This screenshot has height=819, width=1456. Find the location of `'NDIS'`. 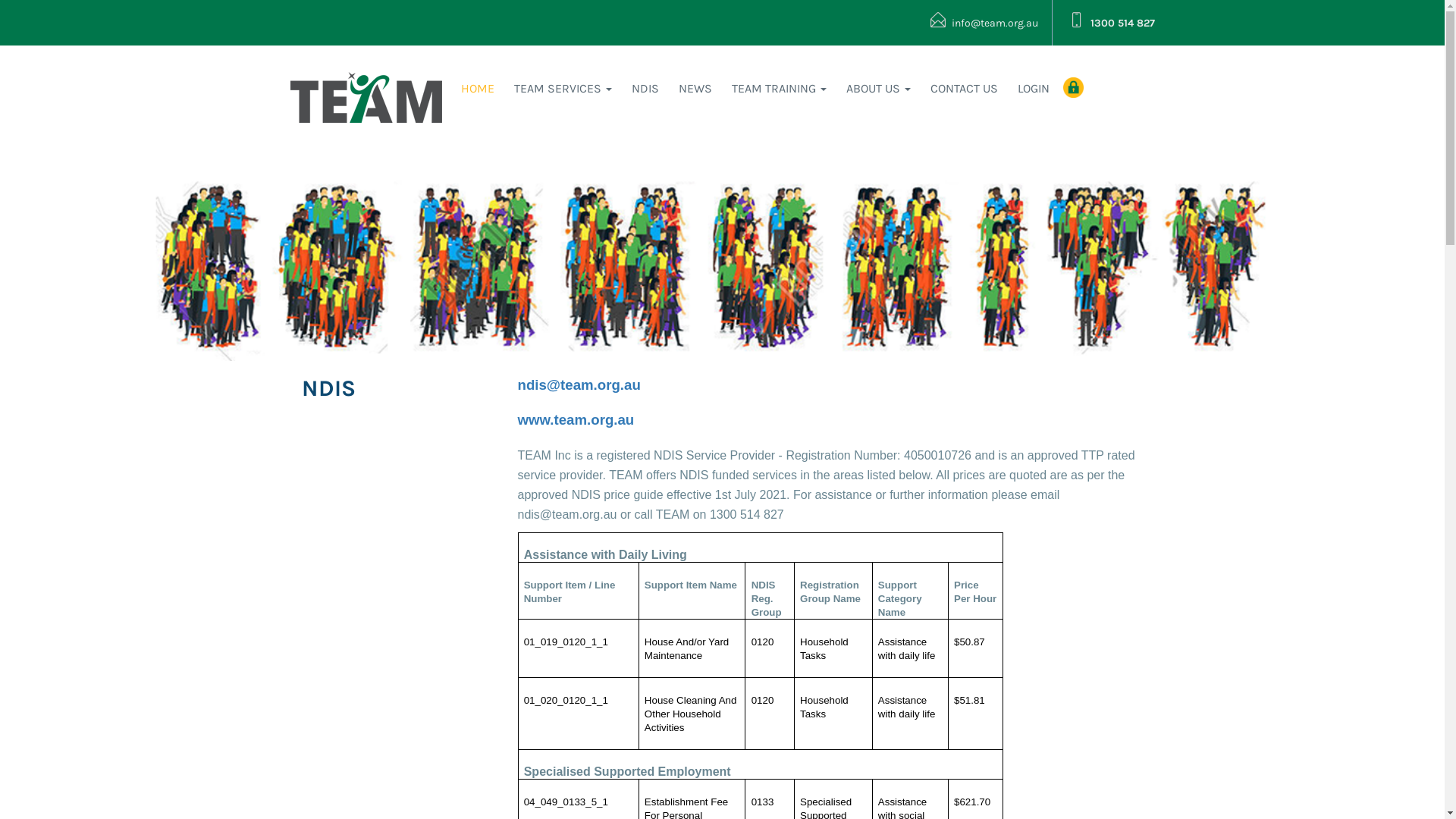

'NDIS' is located at coordinates (645, 88).